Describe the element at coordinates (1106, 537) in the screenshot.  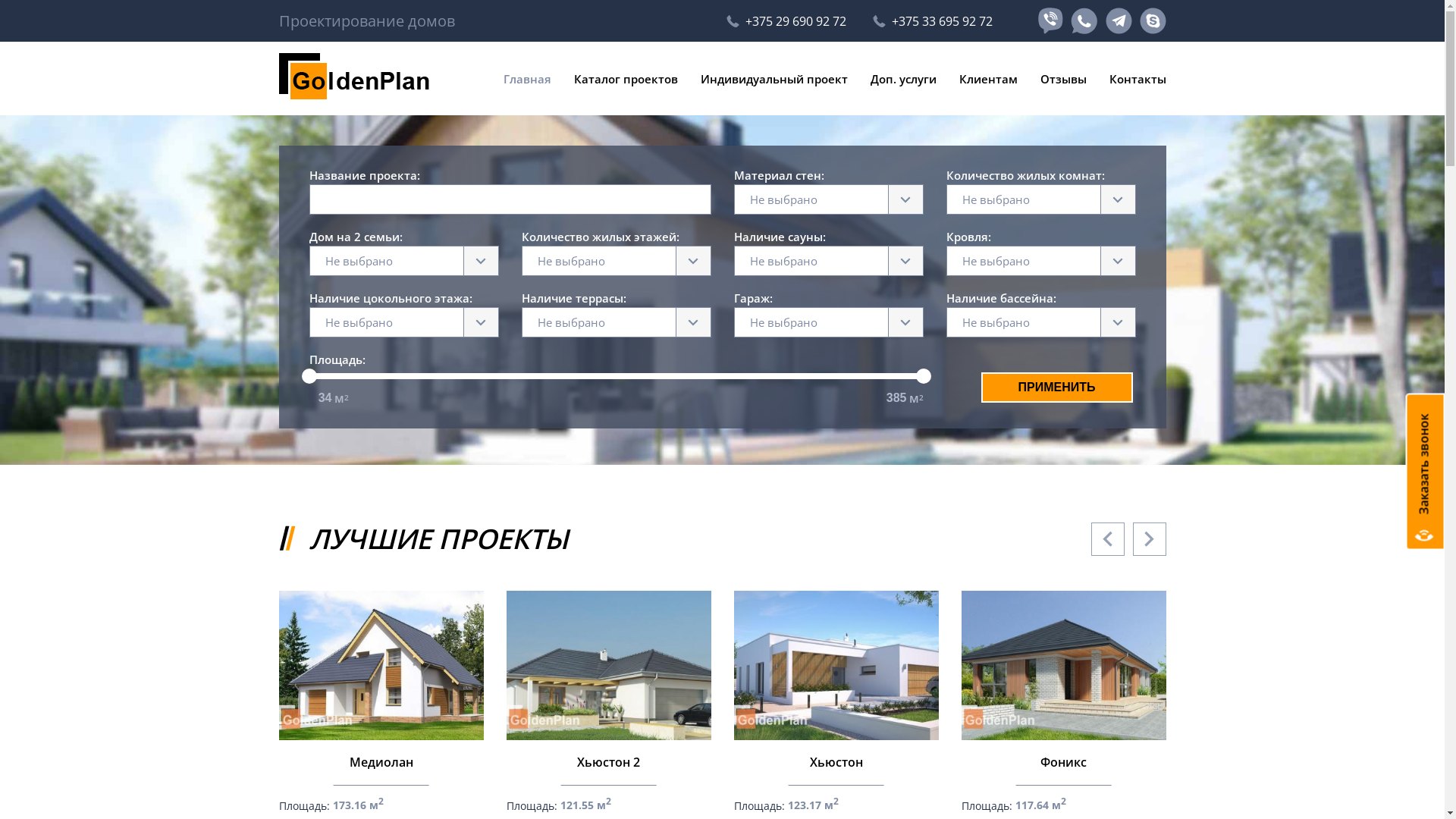
I see `'Previous'` at that location.